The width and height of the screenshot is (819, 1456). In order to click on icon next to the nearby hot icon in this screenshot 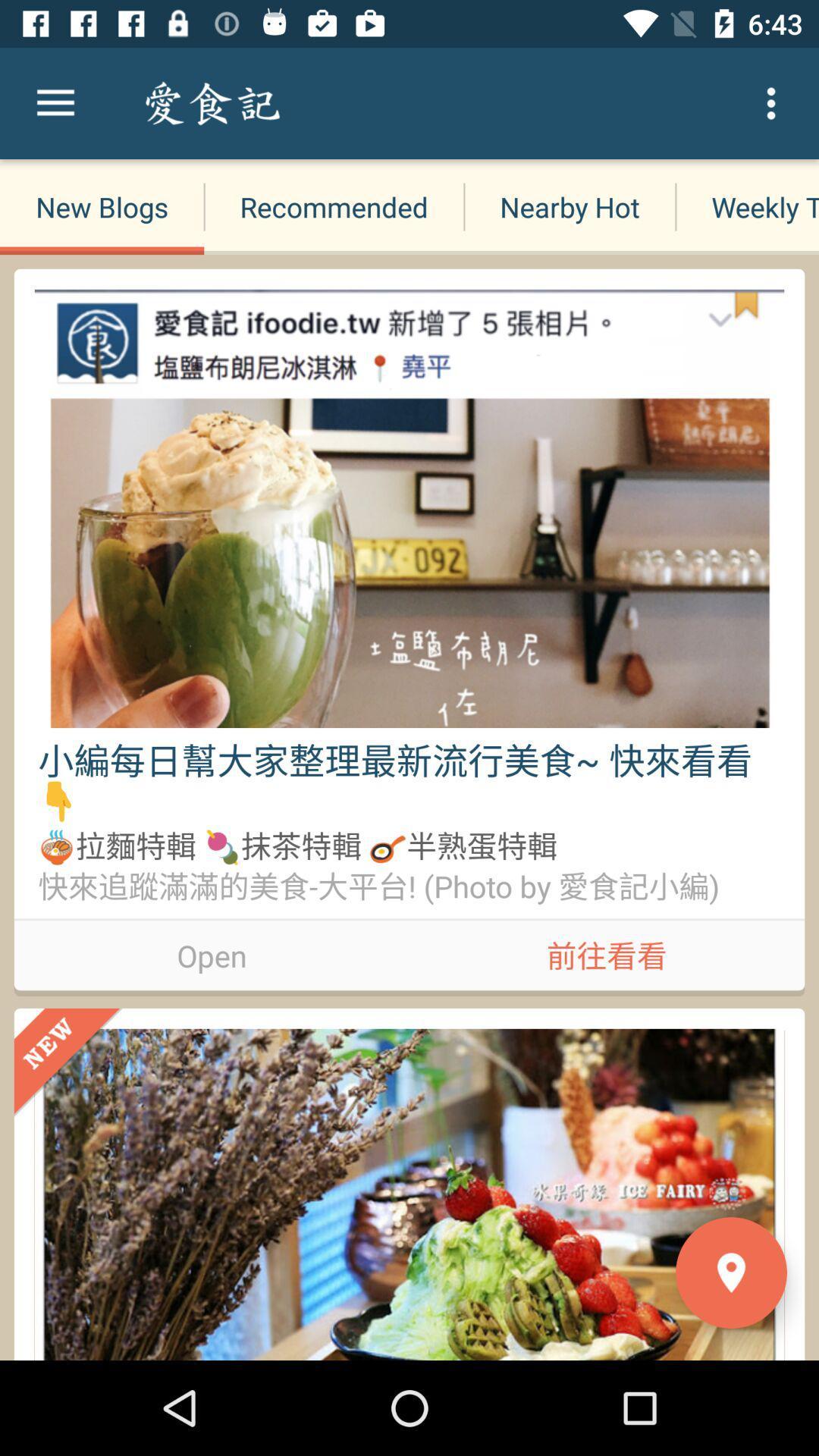, I will do `click(333, 206)`.